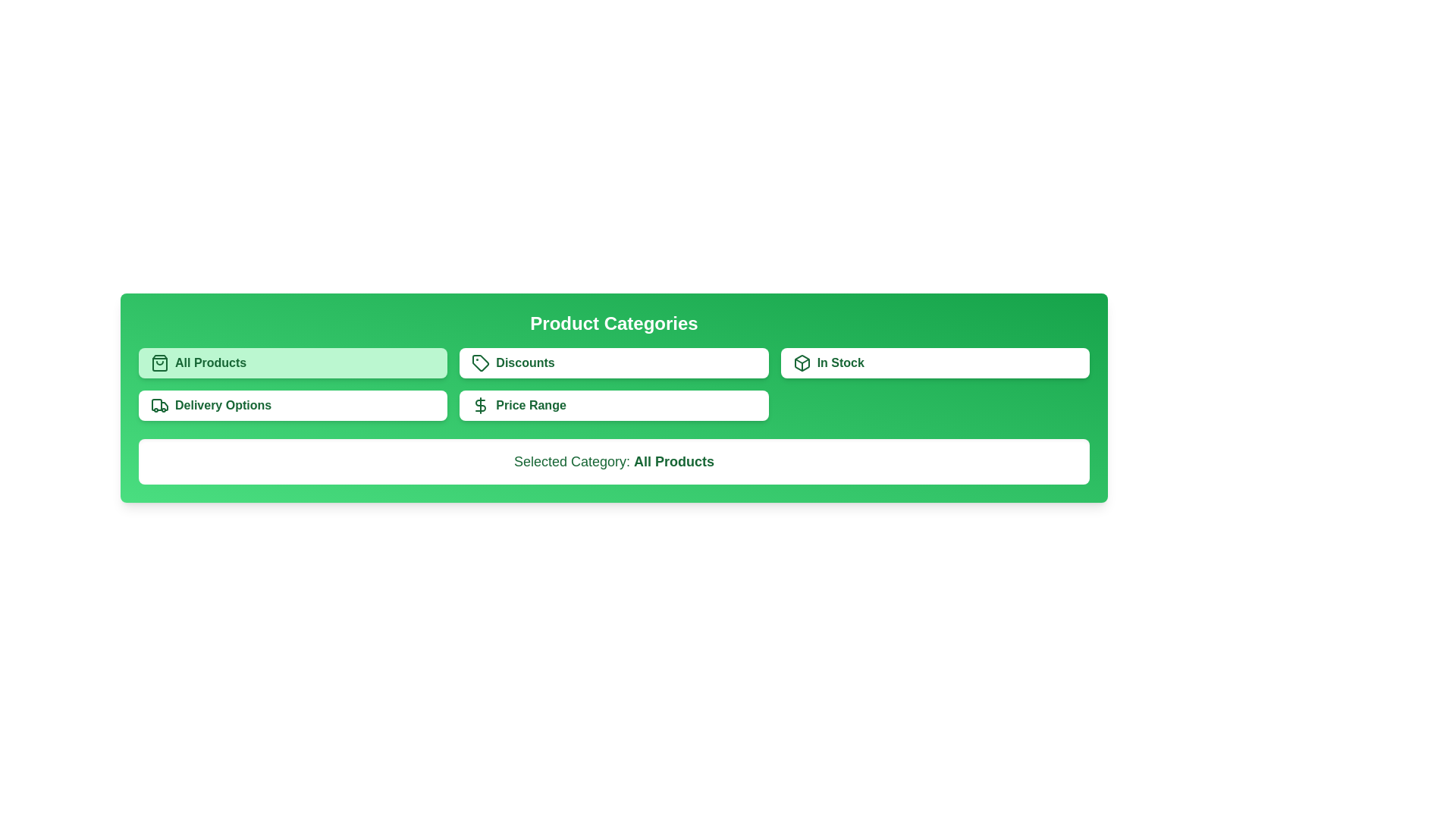 This screenshot has height=819, width=1456. I want to click on the Discounts icon, which represents special offers and is located in the second column of category buttons, to the right of All Products and above Price Range, so click(480, 362).